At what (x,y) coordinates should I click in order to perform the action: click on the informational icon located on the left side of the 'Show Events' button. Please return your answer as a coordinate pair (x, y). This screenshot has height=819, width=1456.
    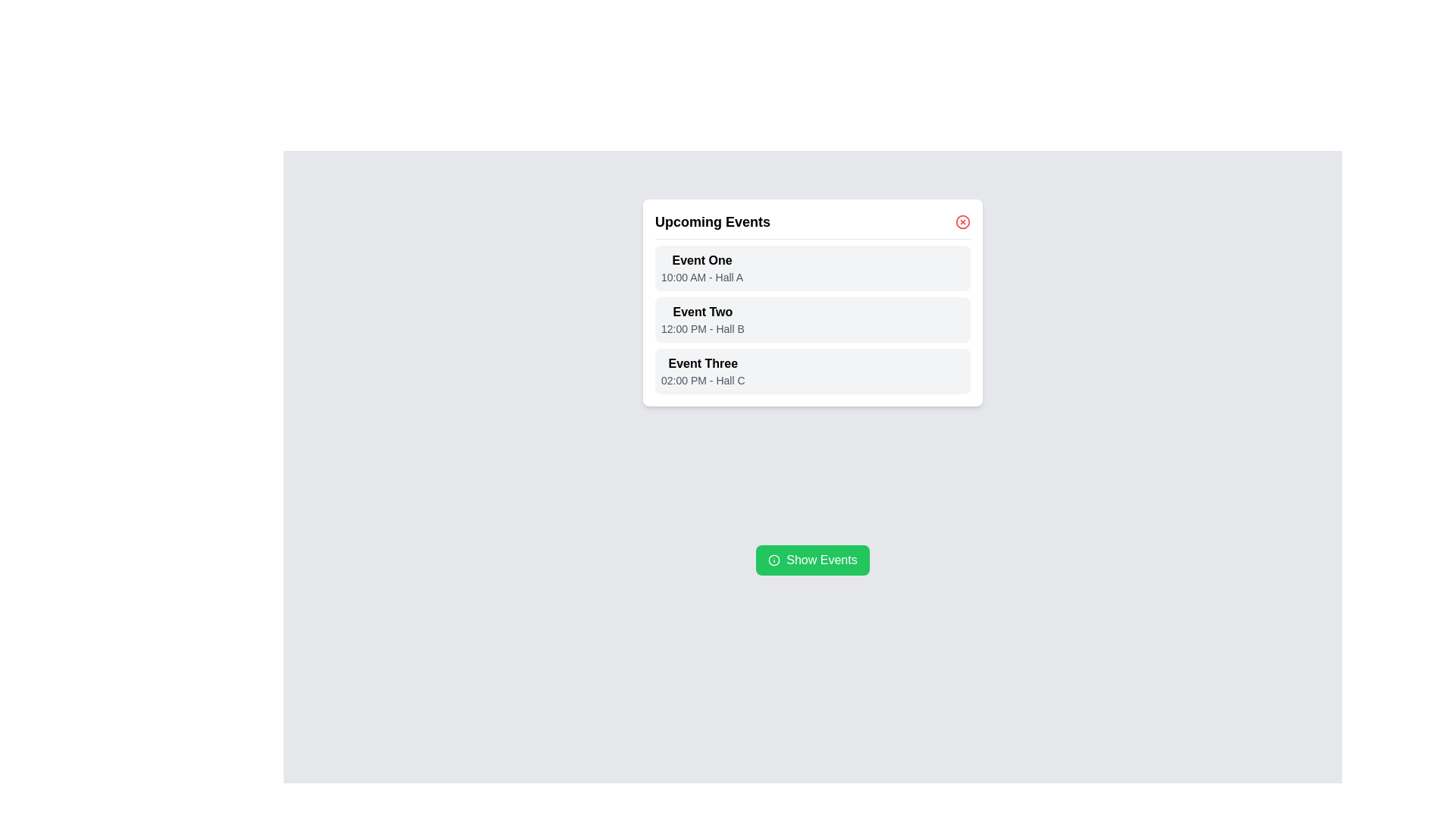
    Looking at the image, I should click on (774, 560).